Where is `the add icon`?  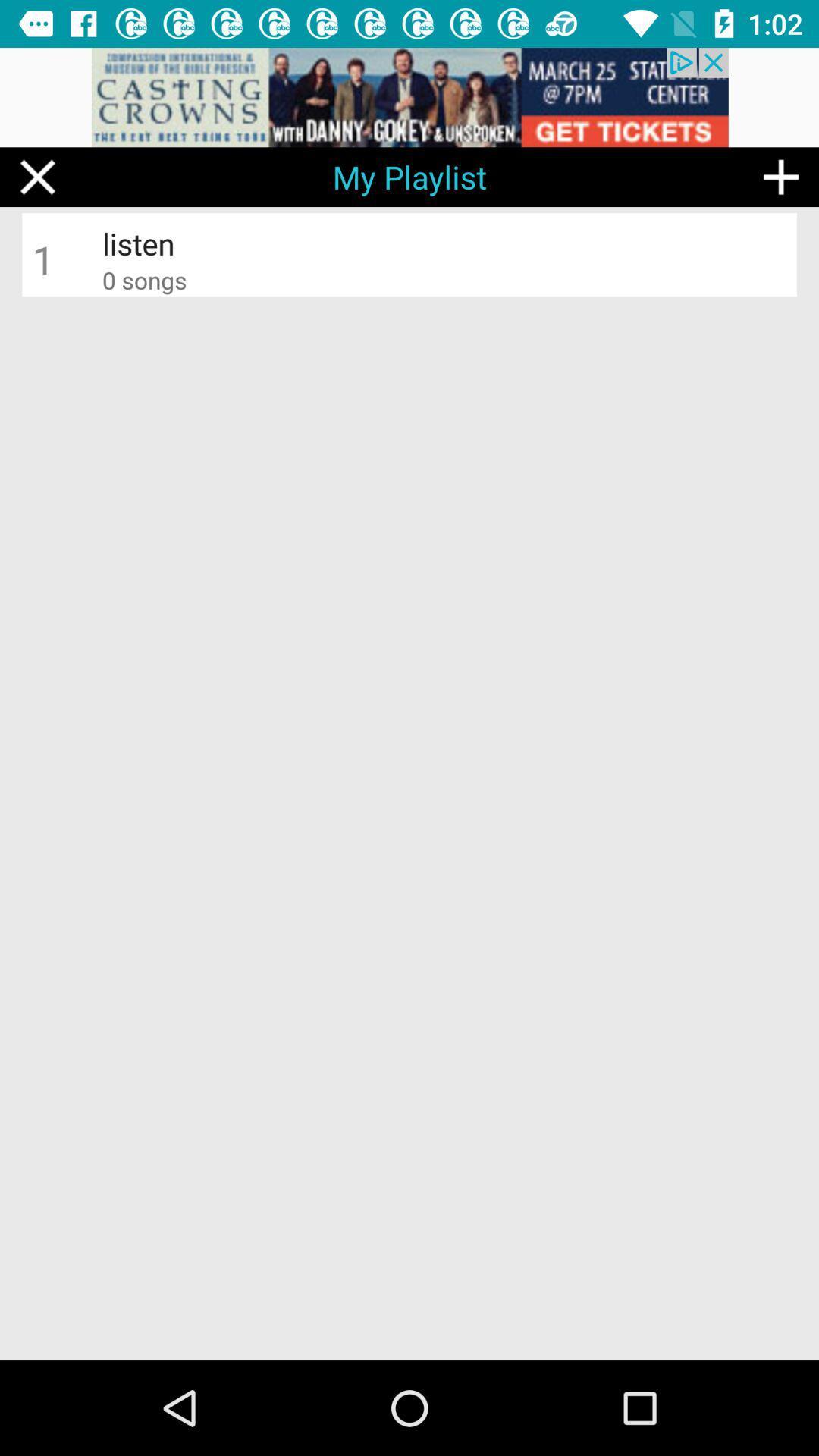 the add icon is located at coordinates (781, 177).